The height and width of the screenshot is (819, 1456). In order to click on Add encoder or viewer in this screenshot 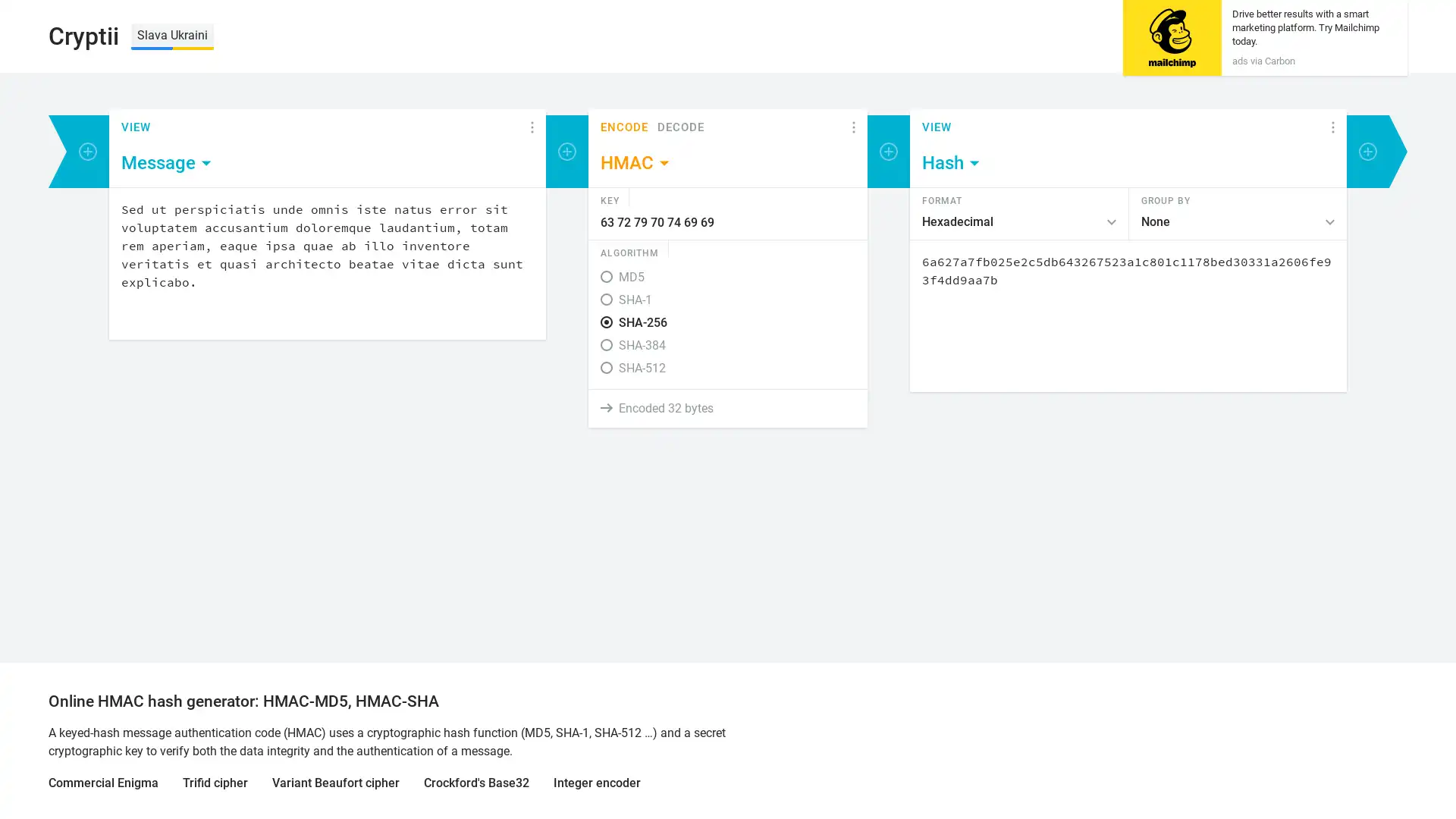, I will do `click(1368, 152)`.